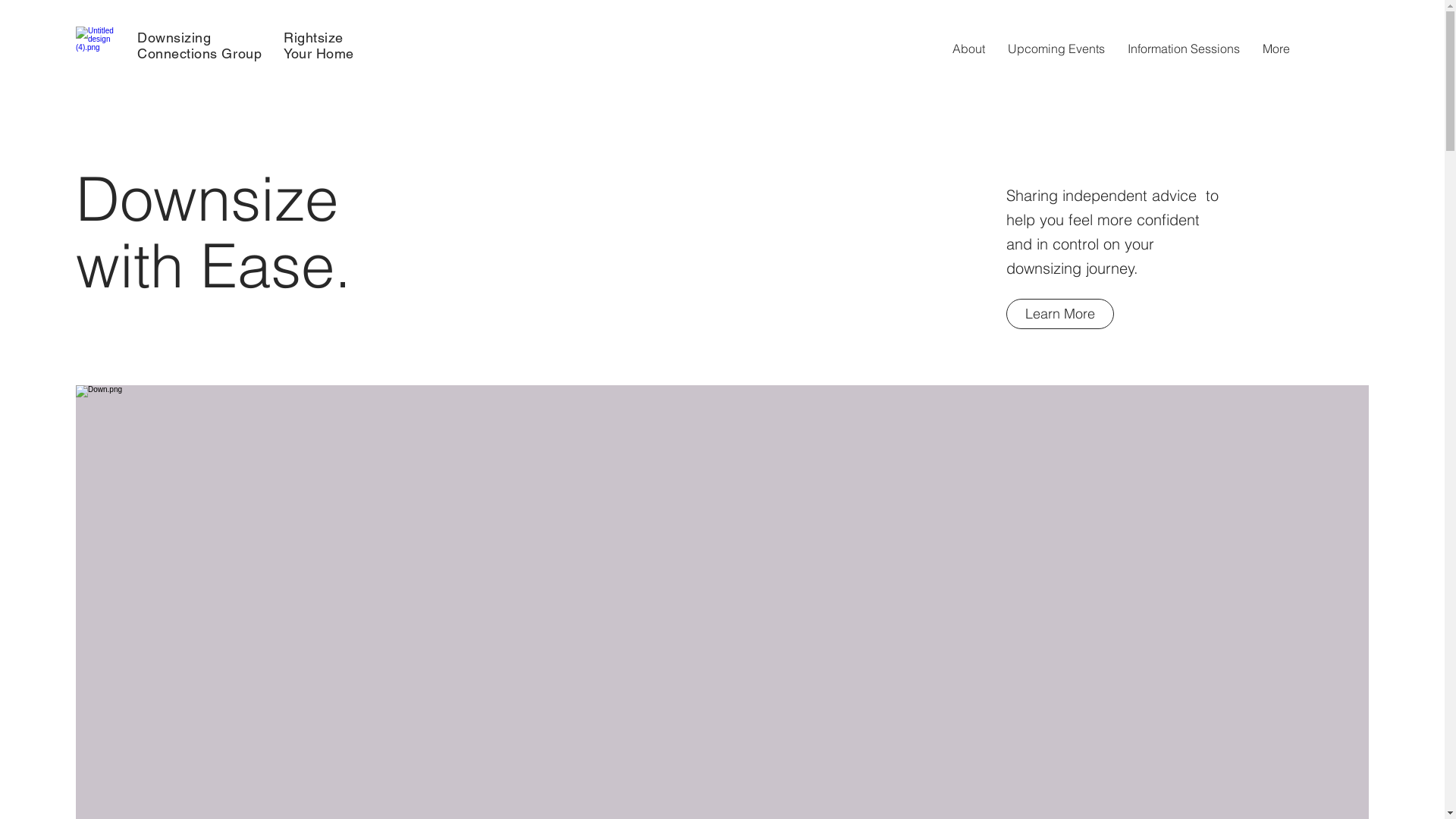 The image size is (1456, 819). I want to click on 'Rightsize, so click(318, 45).